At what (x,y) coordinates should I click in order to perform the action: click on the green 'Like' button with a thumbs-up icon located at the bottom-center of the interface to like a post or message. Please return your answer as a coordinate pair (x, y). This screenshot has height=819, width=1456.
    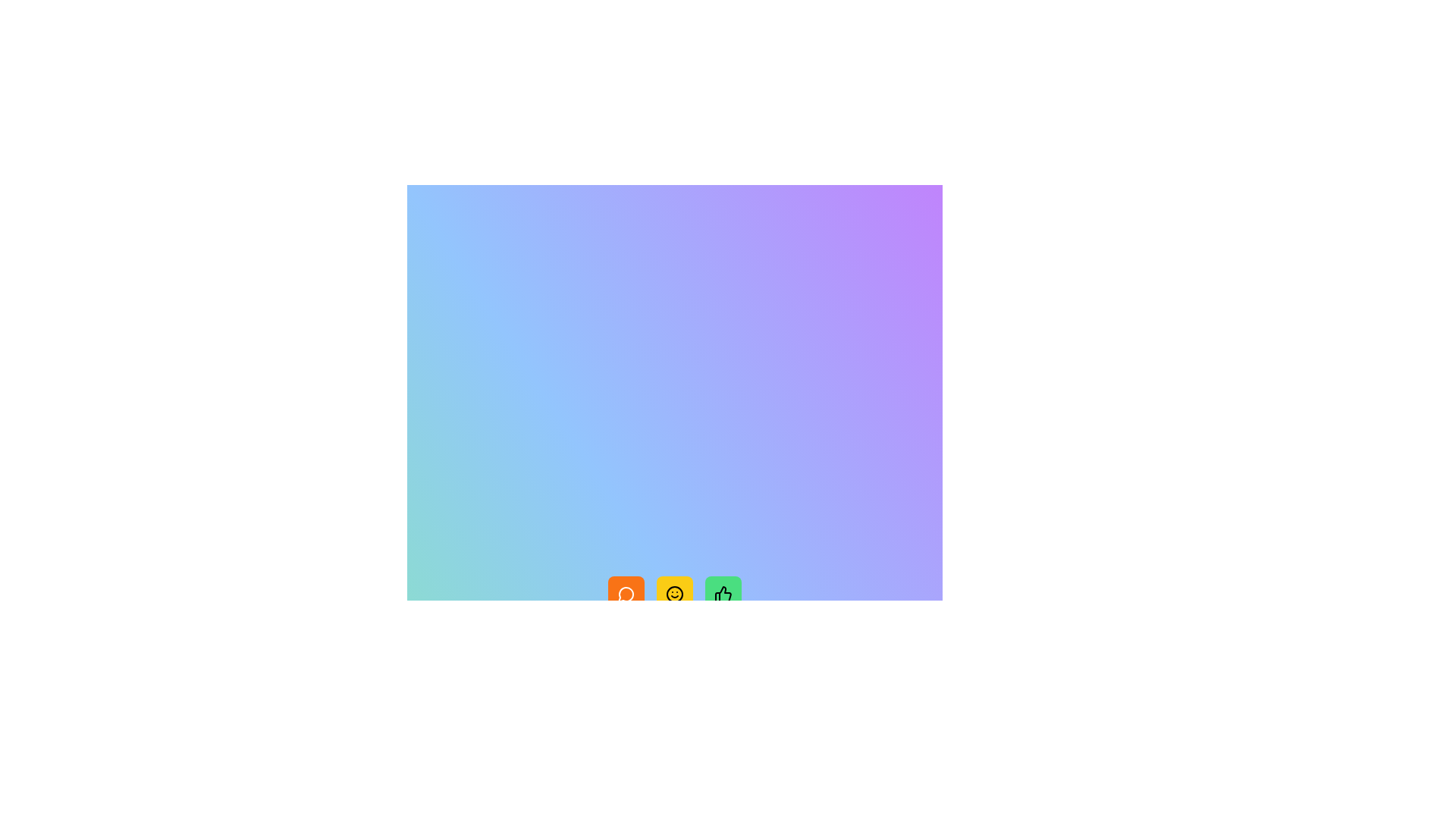
    Looking at the image, I should click on (723, 593).